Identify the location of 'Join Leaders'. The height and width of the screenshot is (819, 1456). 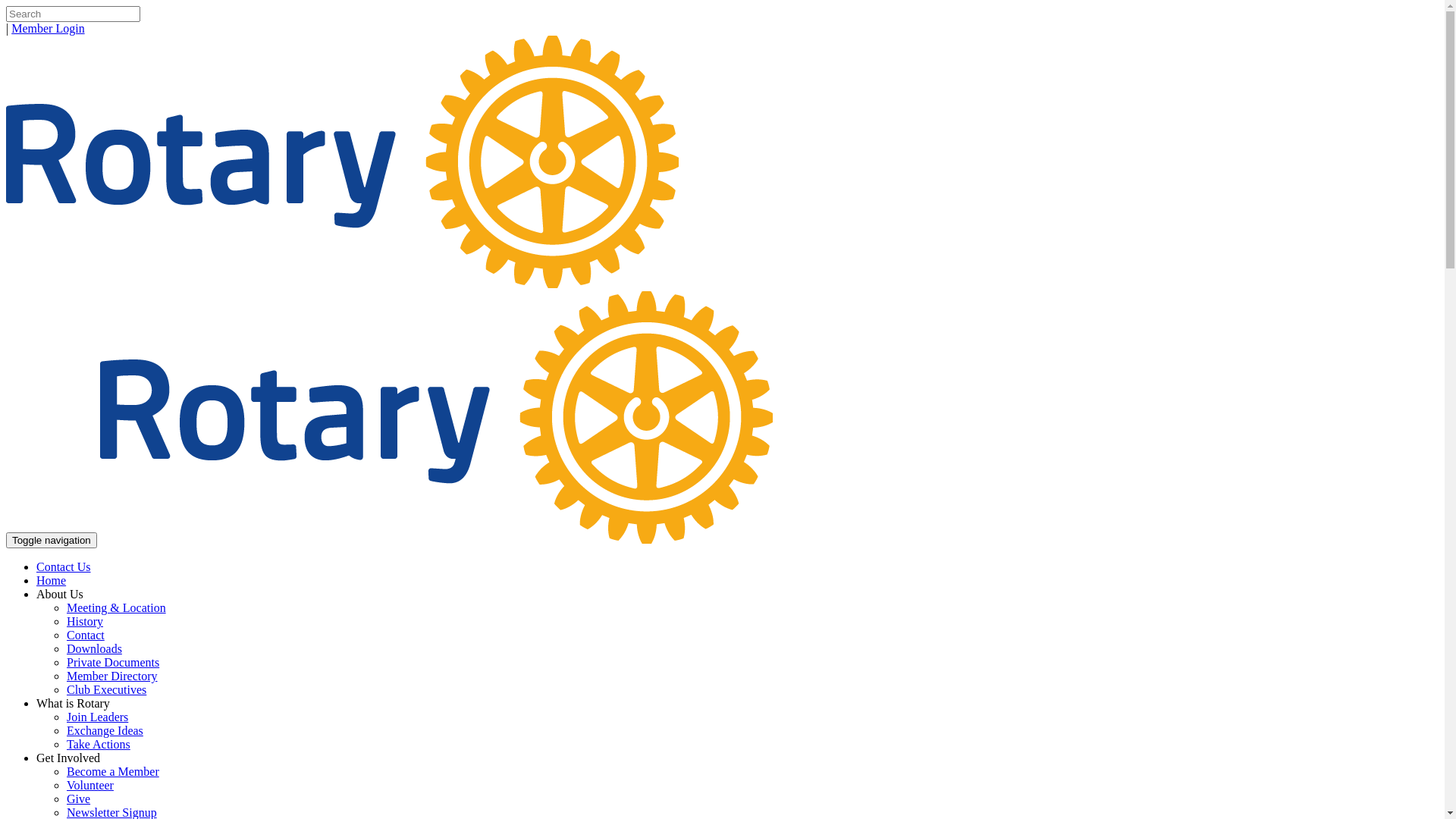
(96, 717).